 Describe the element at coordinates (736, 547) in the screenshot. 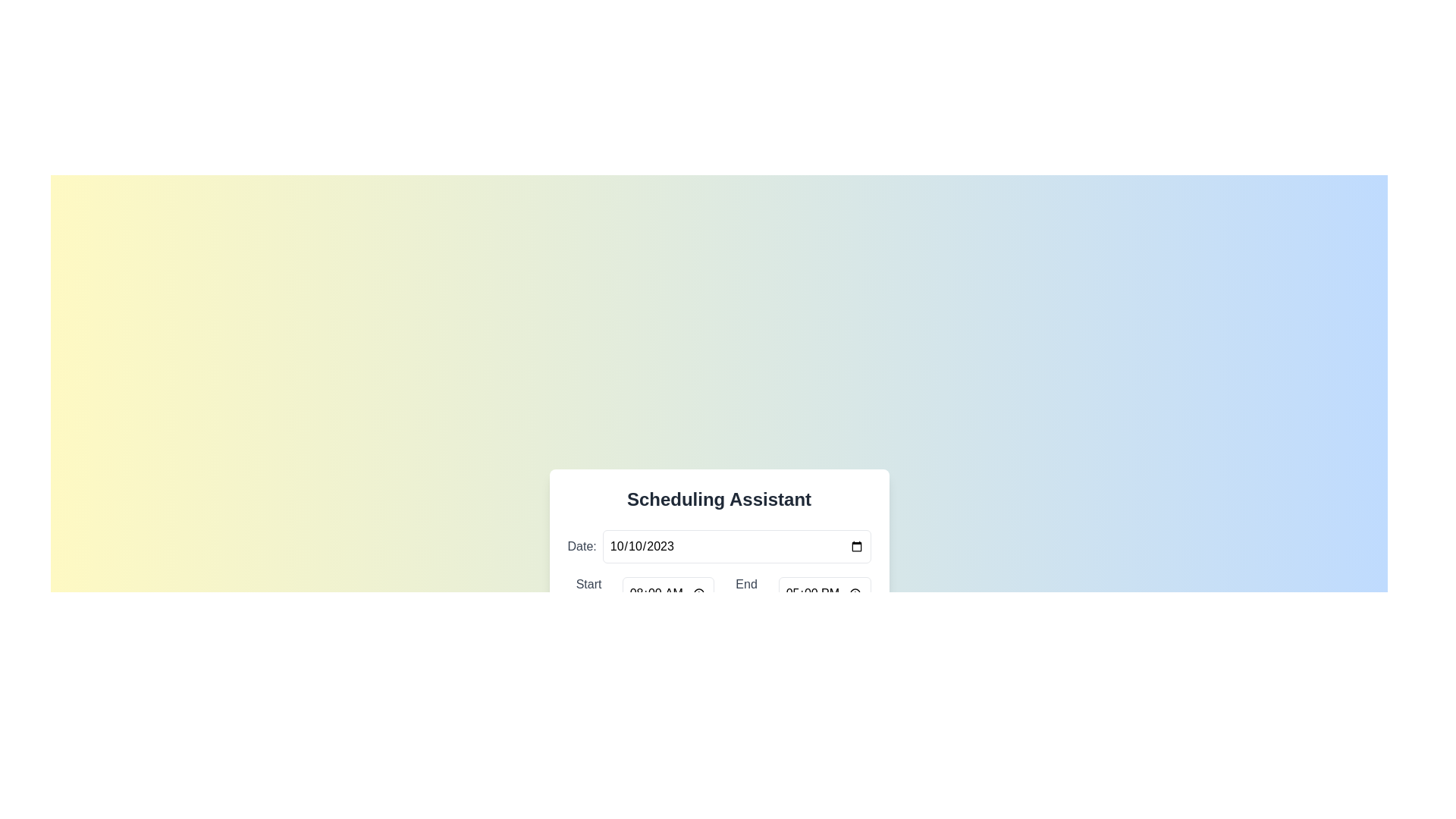

I see `tab navigation` at that location.